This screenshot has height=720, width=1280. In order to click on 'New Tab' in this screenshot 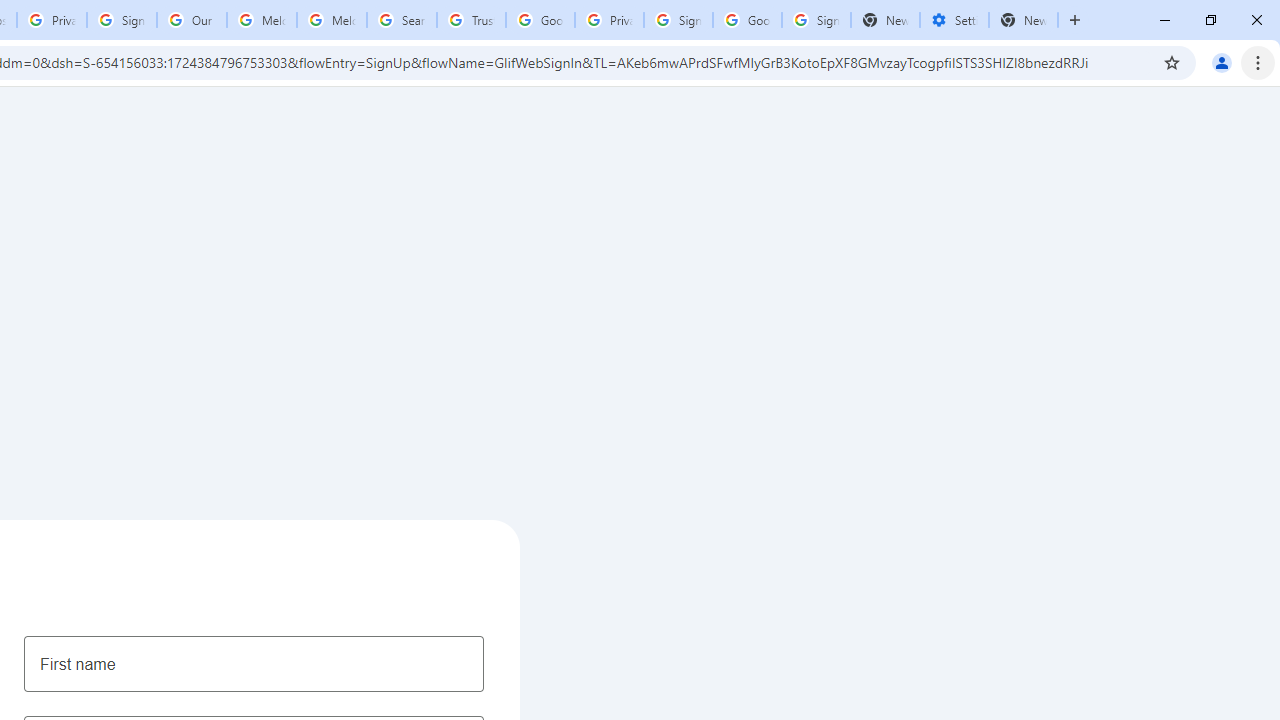, I will do `click(1024, 20)`.